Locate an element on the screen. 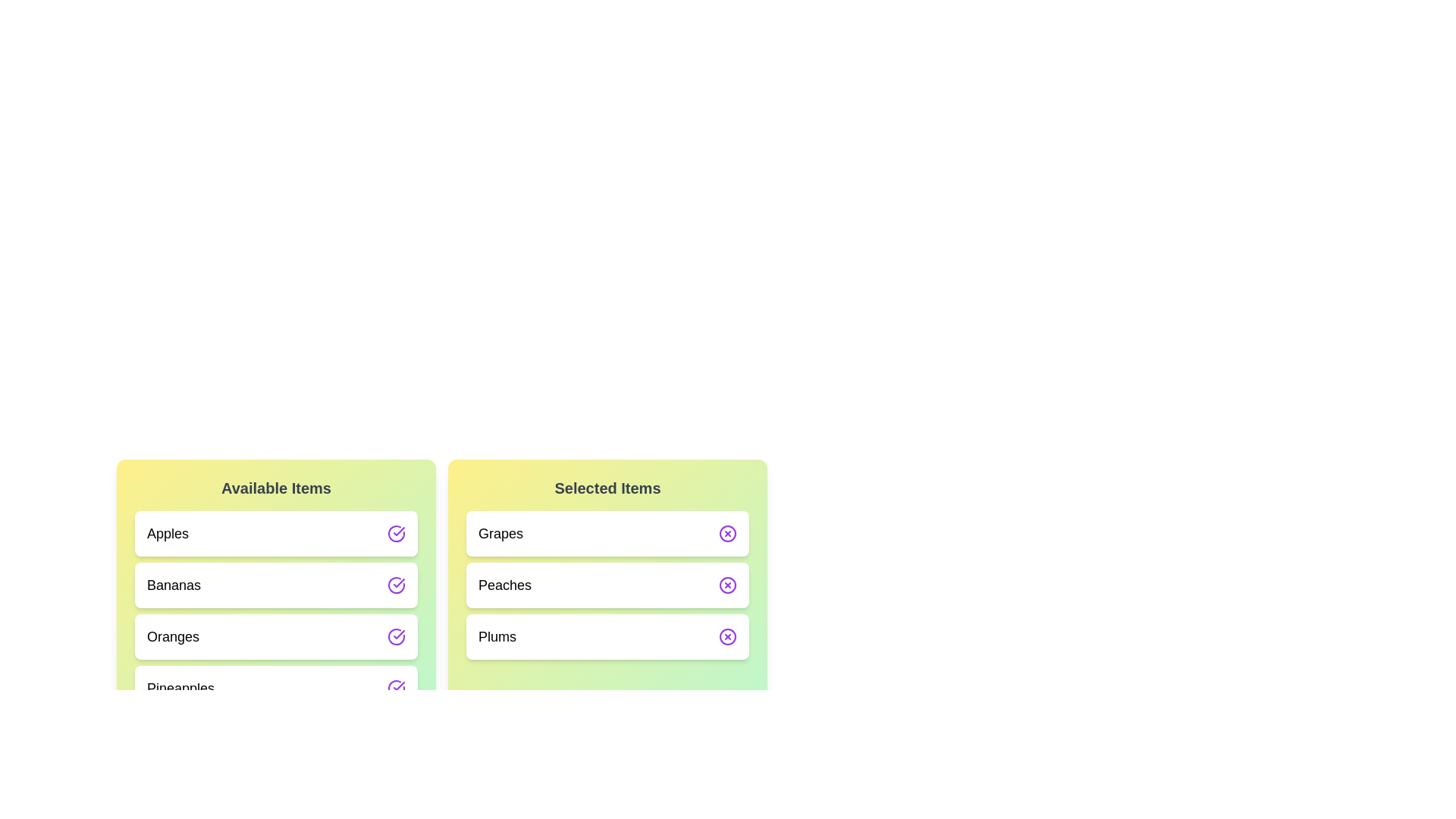  the transfer button next to Bananas in the 'Available Items' list to move it to the 'Selected Items' list is located at coordinates (397, 584).